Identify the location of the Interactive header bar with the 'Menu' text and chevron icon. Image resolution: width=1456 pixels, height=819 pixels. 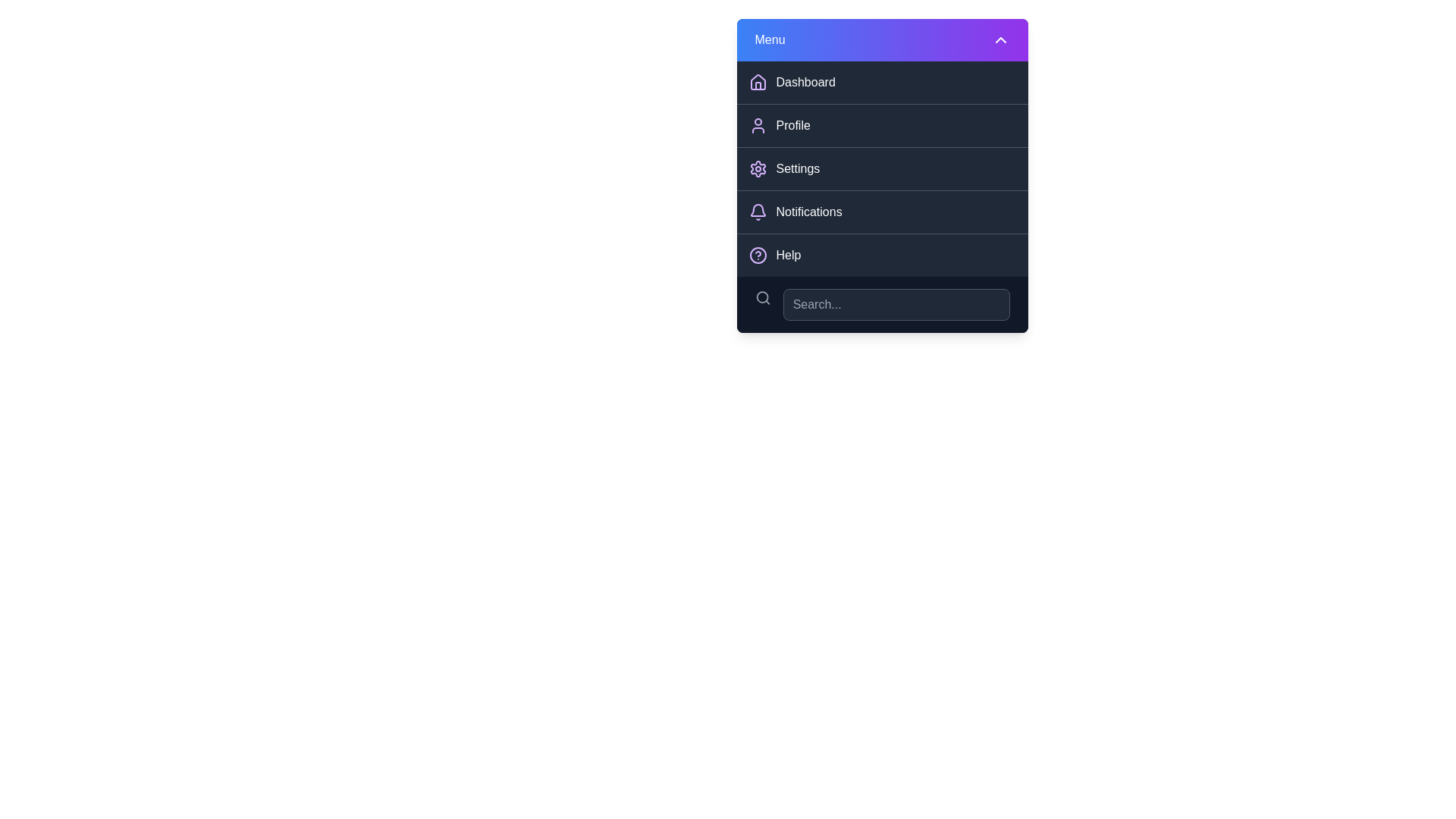
(882, 39).